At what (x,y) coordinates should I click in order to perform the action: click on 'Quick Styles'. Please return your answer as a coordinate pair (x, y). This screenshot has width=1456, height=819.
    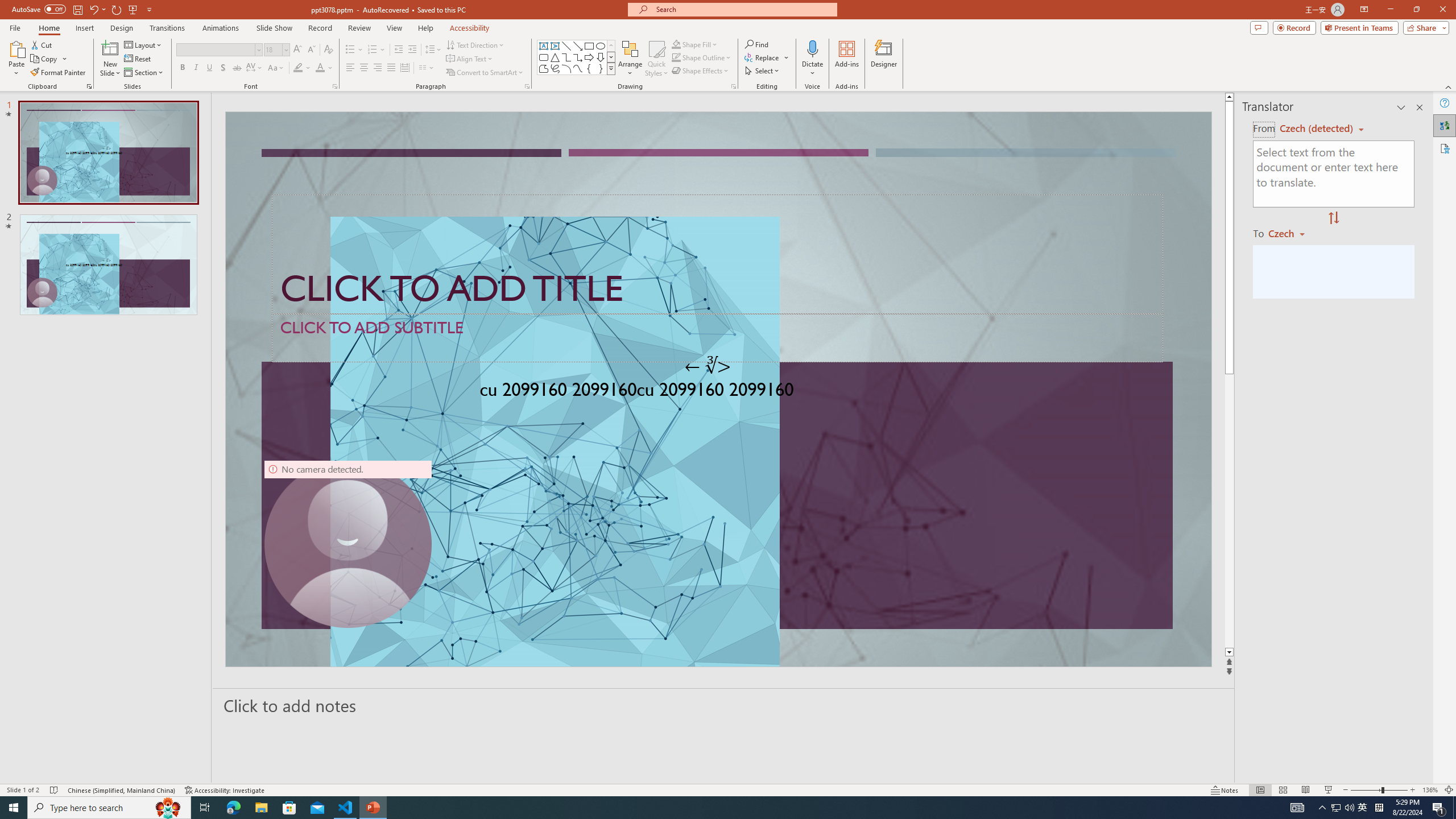
    Looking at the image, I should click on (656, 59).